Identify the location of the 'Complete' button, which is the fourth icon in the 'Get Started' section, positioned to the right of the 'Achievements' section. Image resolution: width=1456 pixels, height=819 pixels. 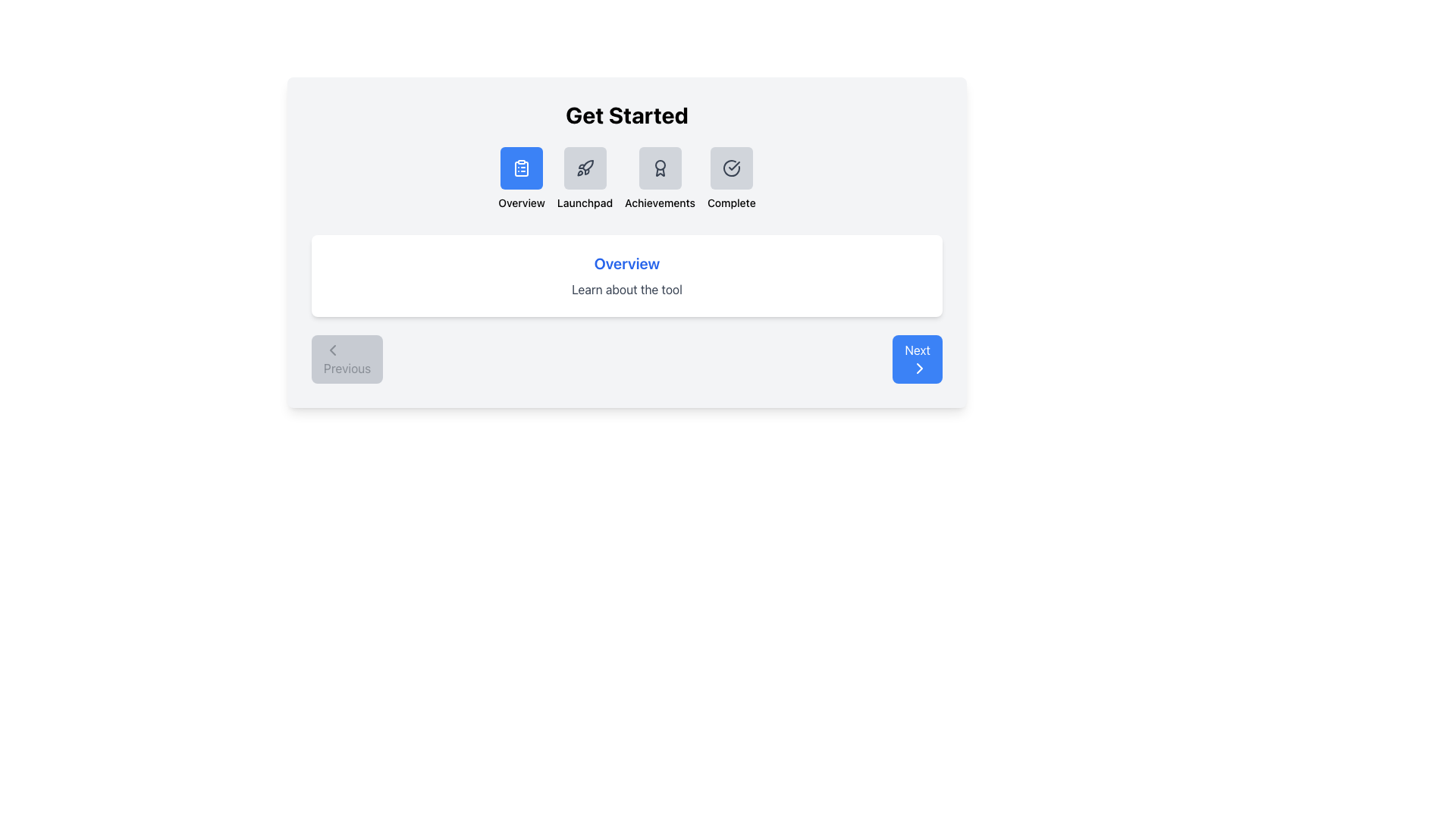
(731, 168).